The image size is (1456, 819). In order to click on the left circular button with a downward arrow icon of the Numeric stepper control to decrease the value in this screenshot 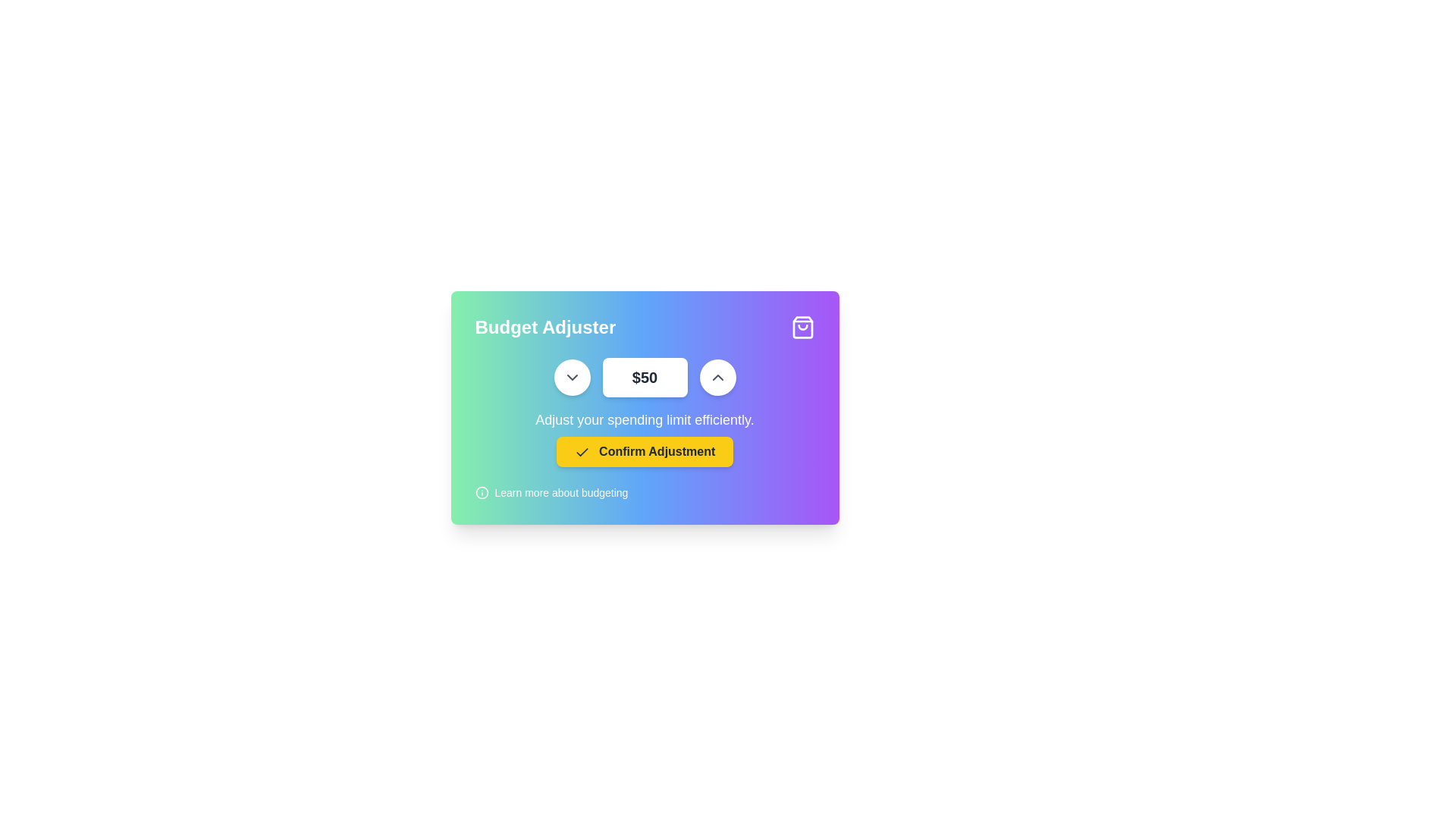, I will do `click(645, 376)`.